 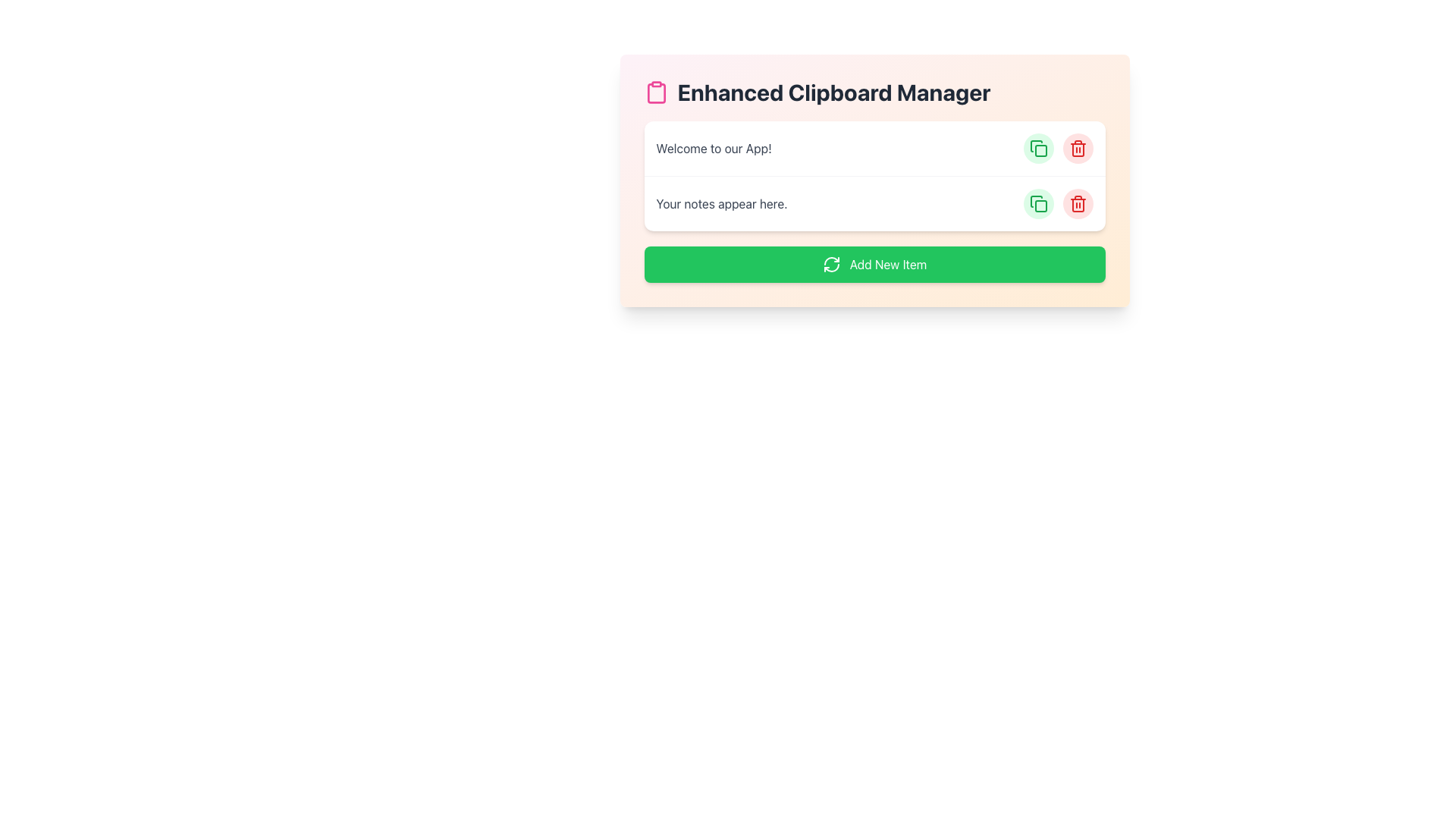 I want to click on the second circular button located on the right side of the text area labeled 'Your notes appear here' to copy the associated content, so click(x=1037, y=203).